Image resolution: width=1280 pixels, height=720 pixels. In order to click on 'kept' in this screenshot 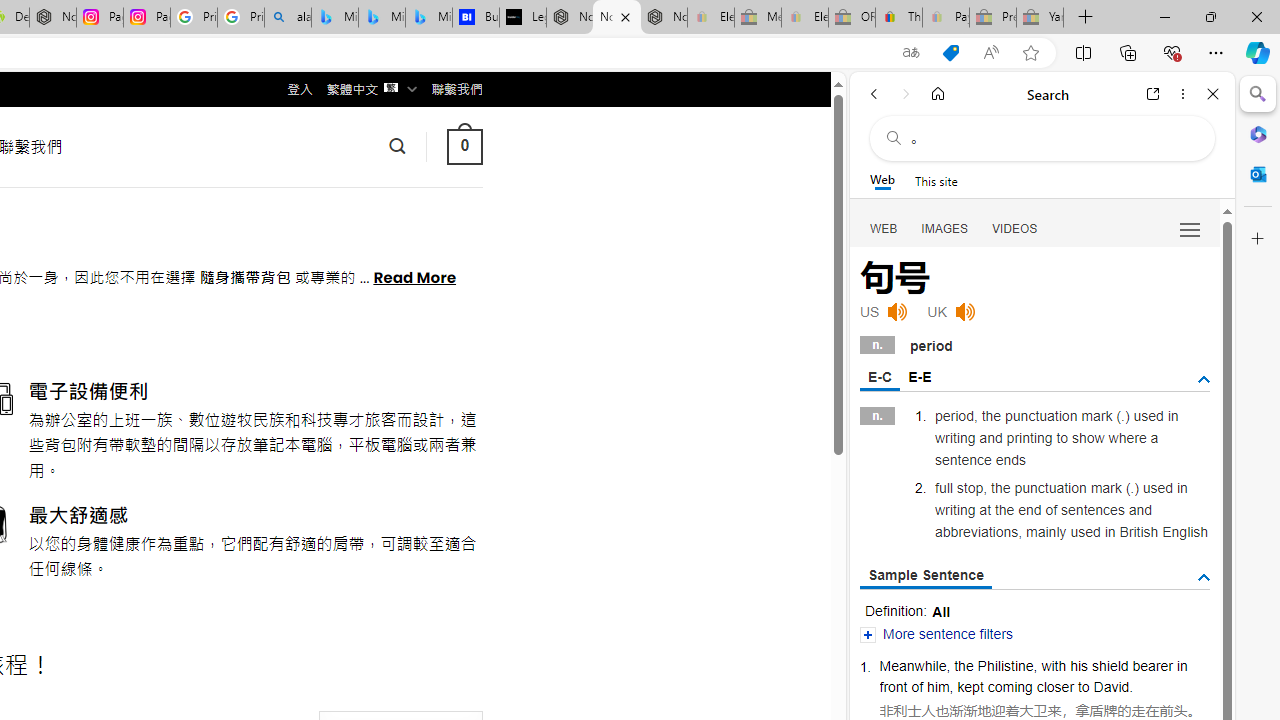, I will do `click(970, 685)`.